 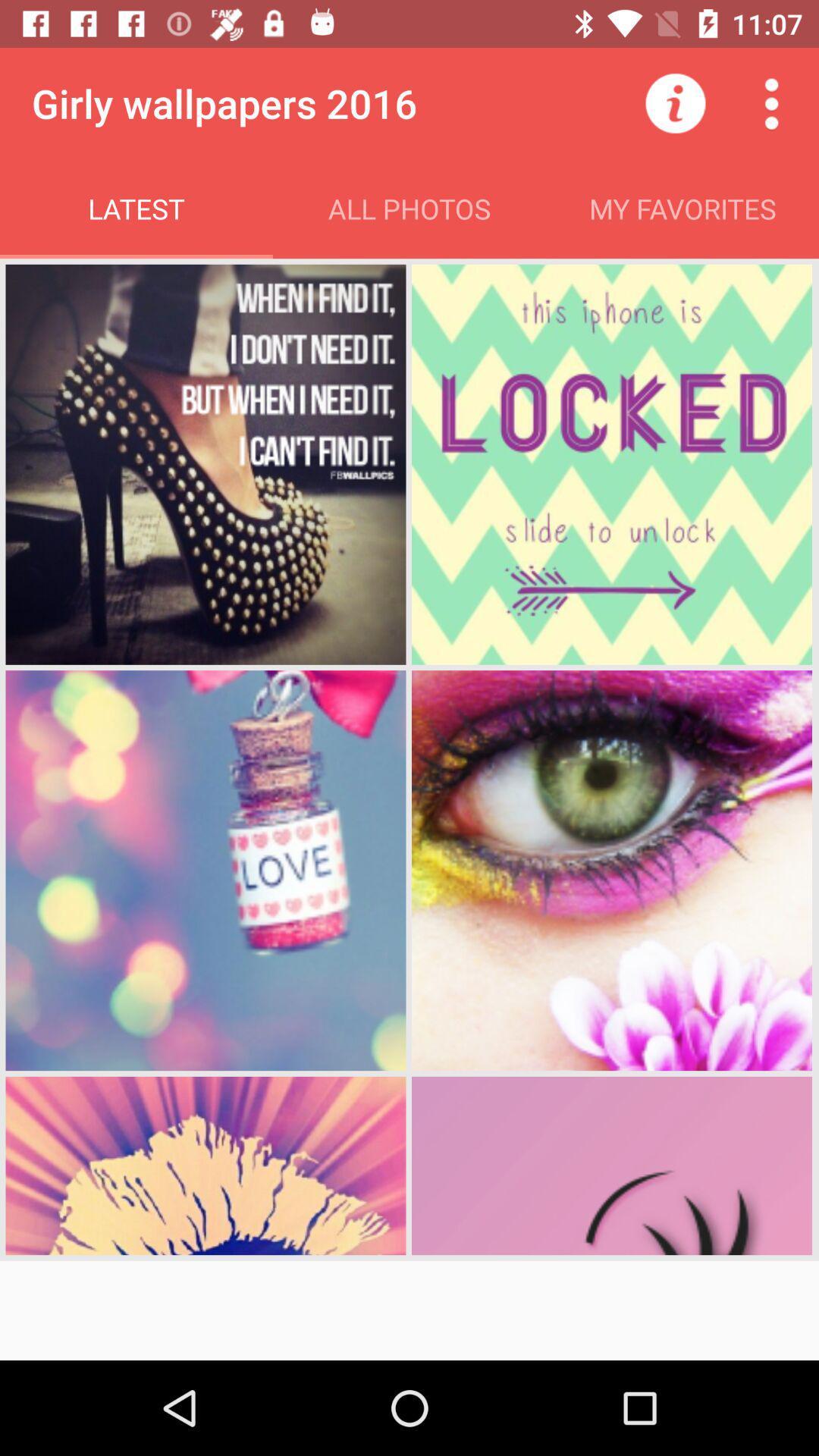 What do you see at coordinates (771, 102) in the screenshot?
I see `share button` at bounding box center [771, 102].